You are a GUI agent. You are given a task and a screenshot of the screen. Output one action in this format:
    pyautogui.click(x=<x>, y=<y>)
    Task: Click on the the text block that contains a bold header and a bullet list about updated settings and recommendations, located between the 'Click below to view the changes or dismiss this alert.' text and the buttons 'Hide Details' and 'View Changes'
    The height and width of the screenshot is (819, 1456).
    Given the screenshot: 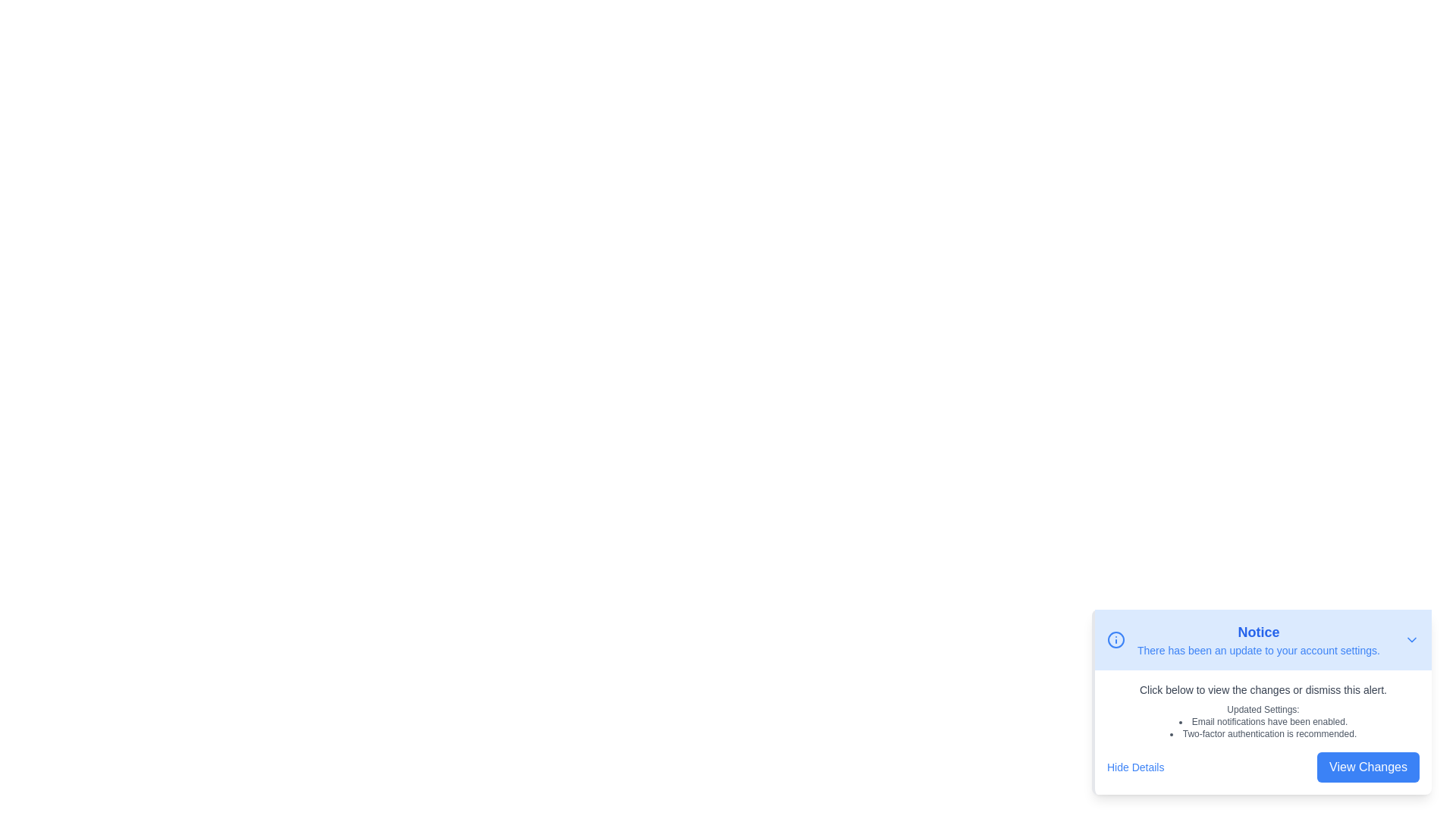 What is the action you would take?
    pyautogui.click(x=1263, y=721)
    